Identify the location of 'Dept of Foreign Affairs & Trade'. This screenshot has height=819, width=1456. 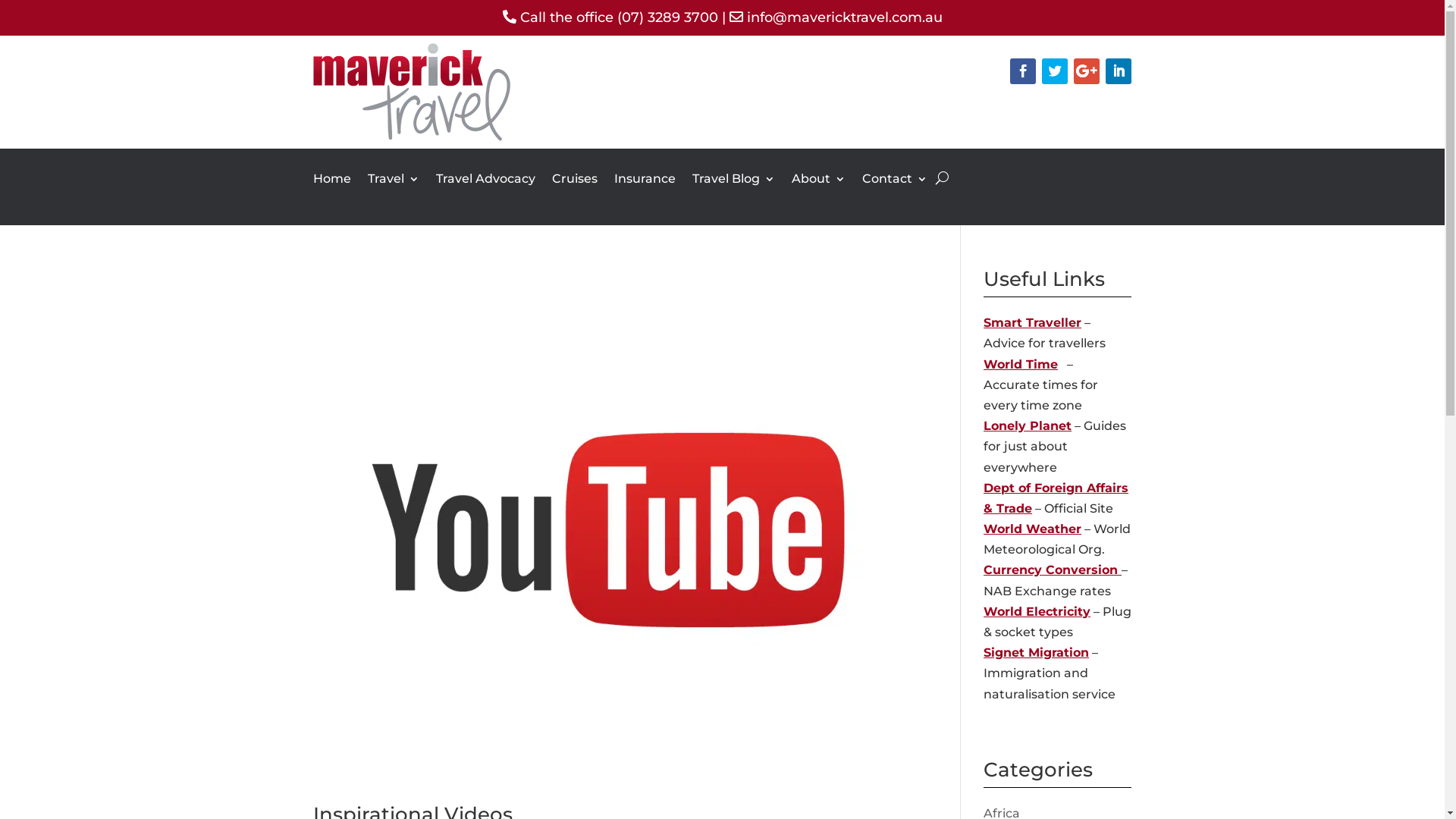
(1055, 497).